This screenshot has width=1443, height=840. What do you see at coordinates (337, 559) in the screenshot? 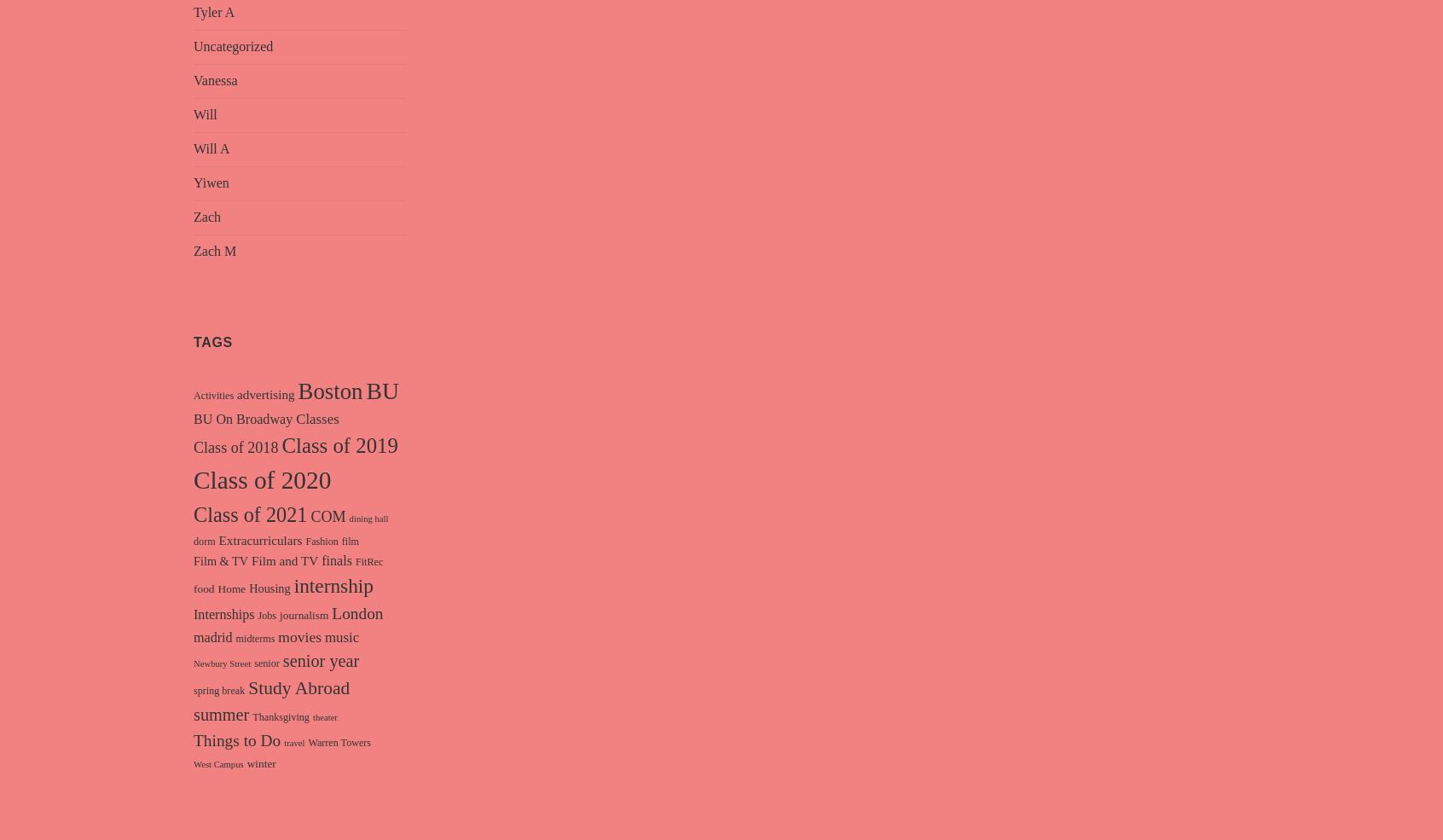
I see `'finals'` at bounding box center [337, 559].